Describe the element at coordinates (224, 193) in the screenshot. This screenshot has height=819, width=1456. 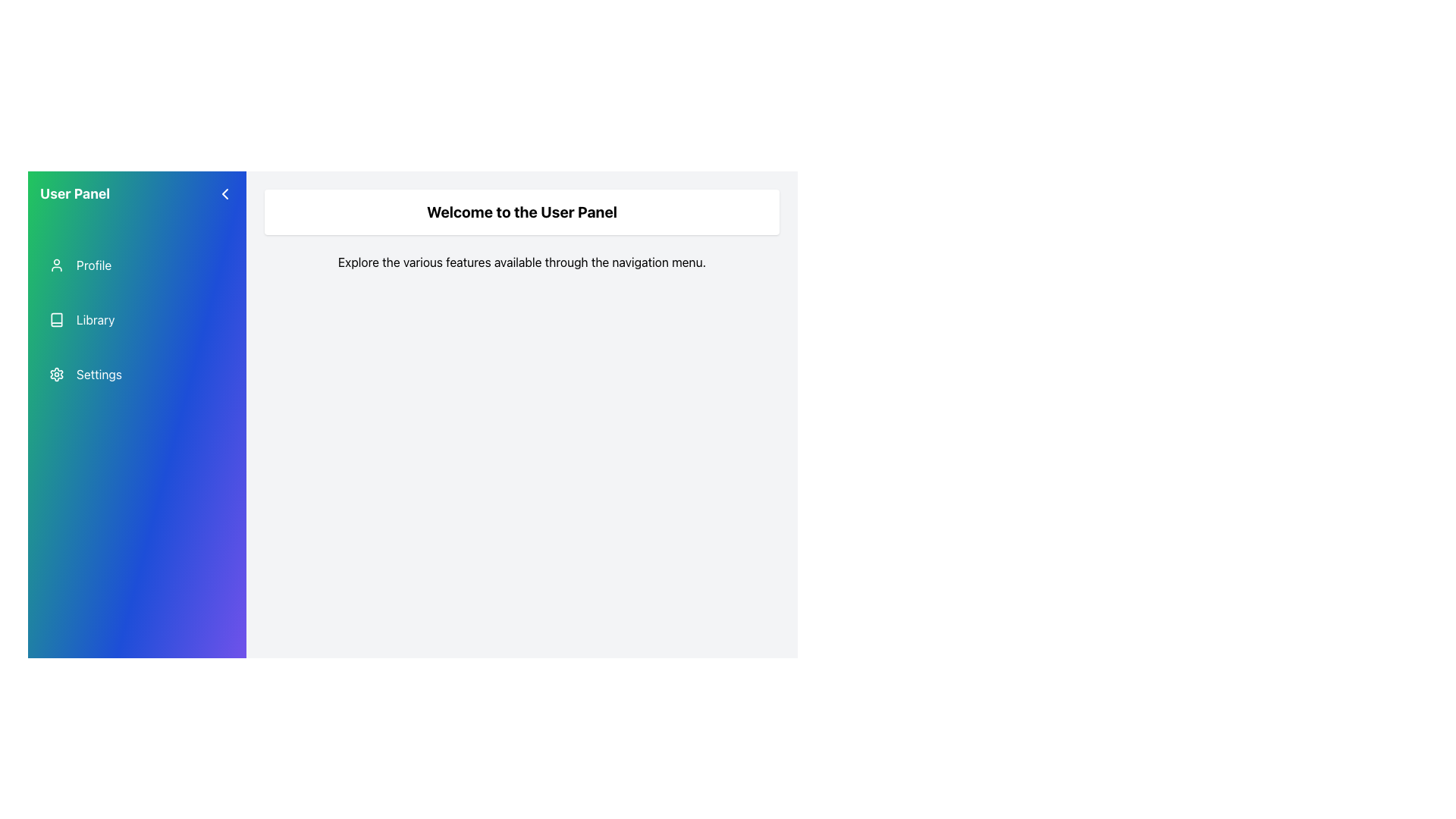
I see `the left-pointing chevron icon located in the top-left corner of the sidebar` at that location.